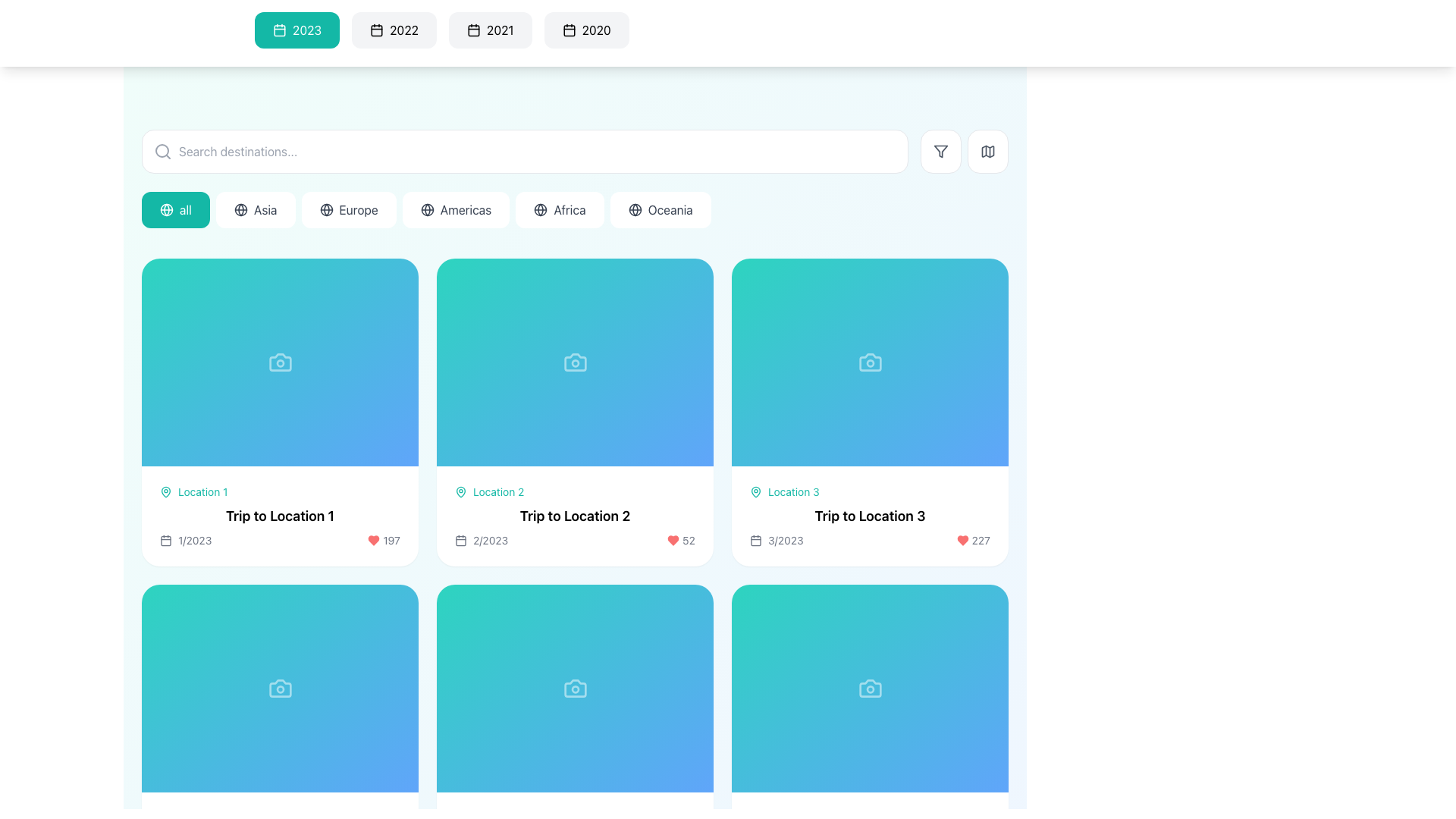 The height and width of the screenshot is (819, 1456). What do you see at coordinates (393, 284) in the screenshot?
I see `the share button located in the top-right quadrant of the first card` at bounding box center [393, 284].